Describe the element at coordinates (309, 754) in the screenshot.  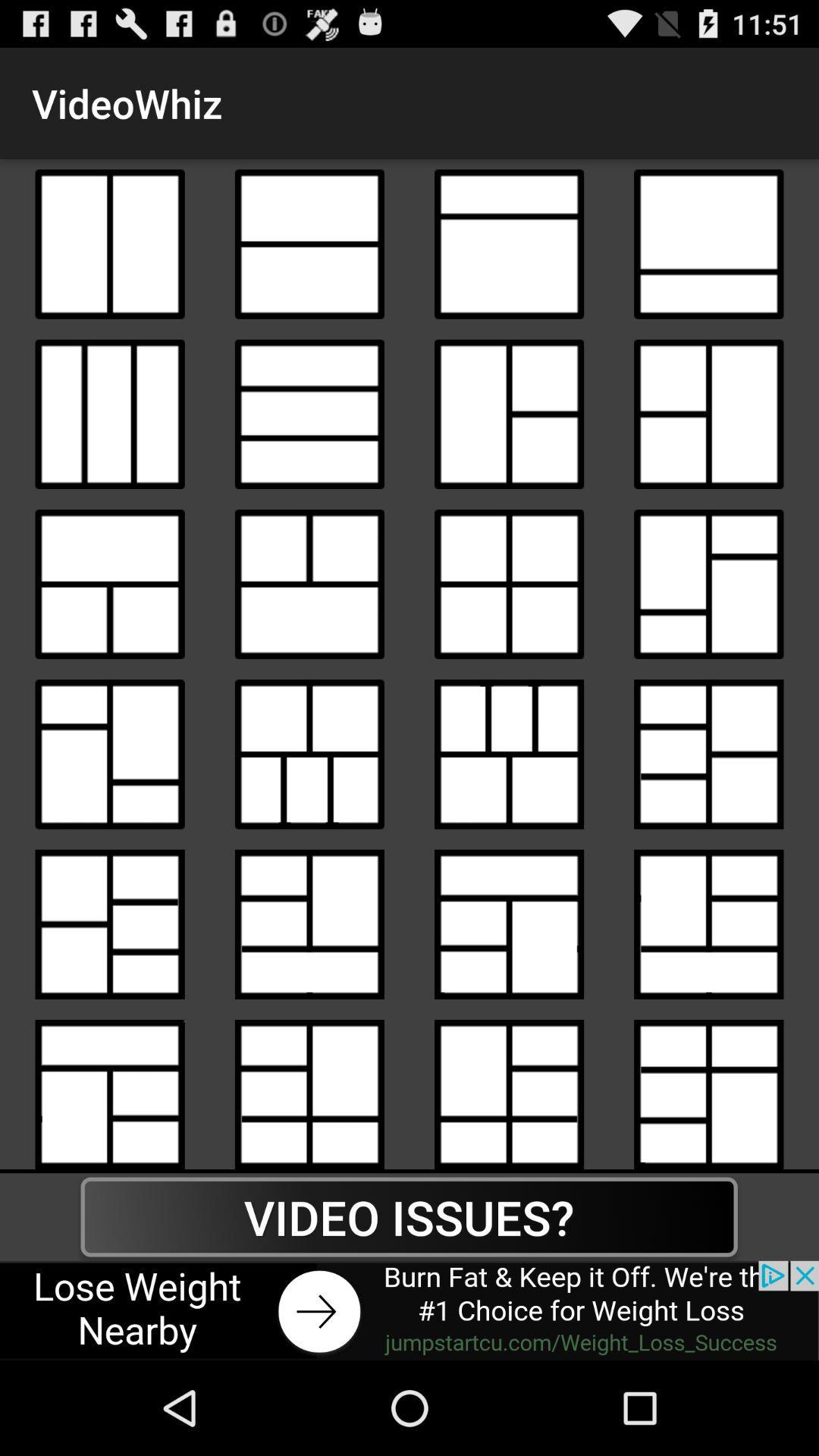
I see `design` at that location.